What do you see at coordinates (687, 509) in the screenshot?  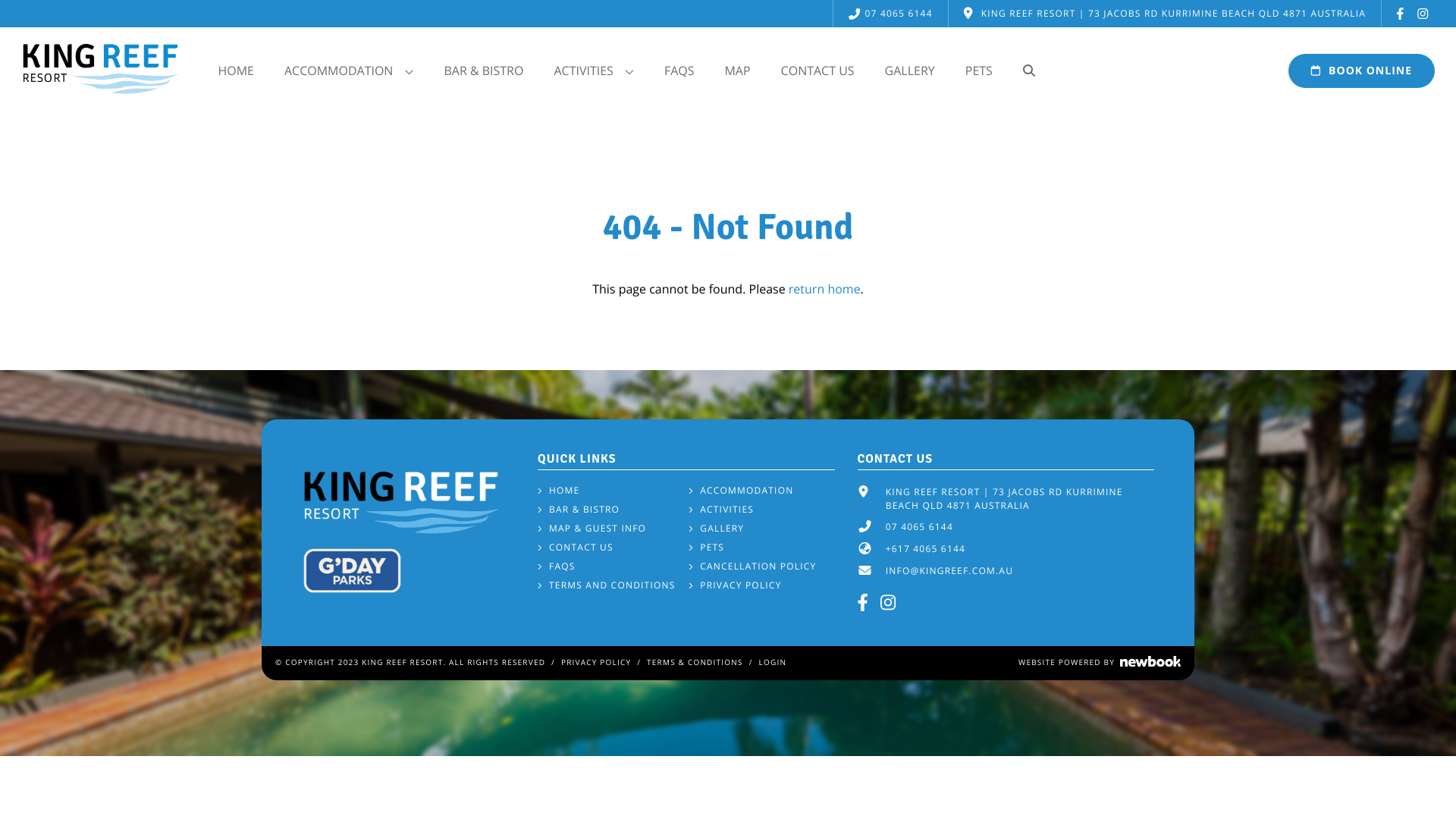 I see `'ACTIVITIES'` at bounding box center [687, 509].